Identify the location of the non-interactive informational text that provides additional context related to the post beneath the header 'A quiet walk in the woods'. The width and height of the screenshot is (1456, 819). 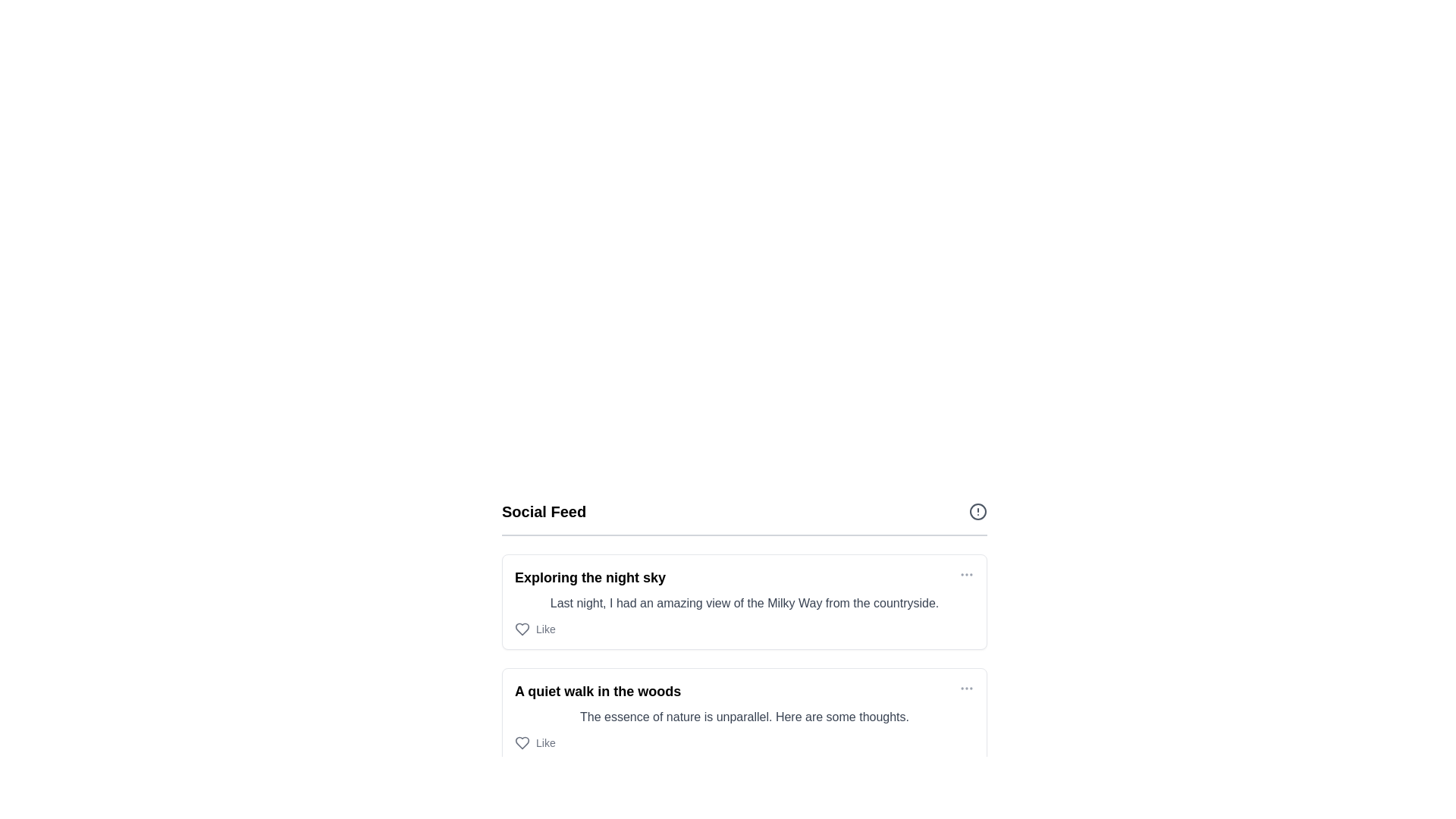
(745, 717).